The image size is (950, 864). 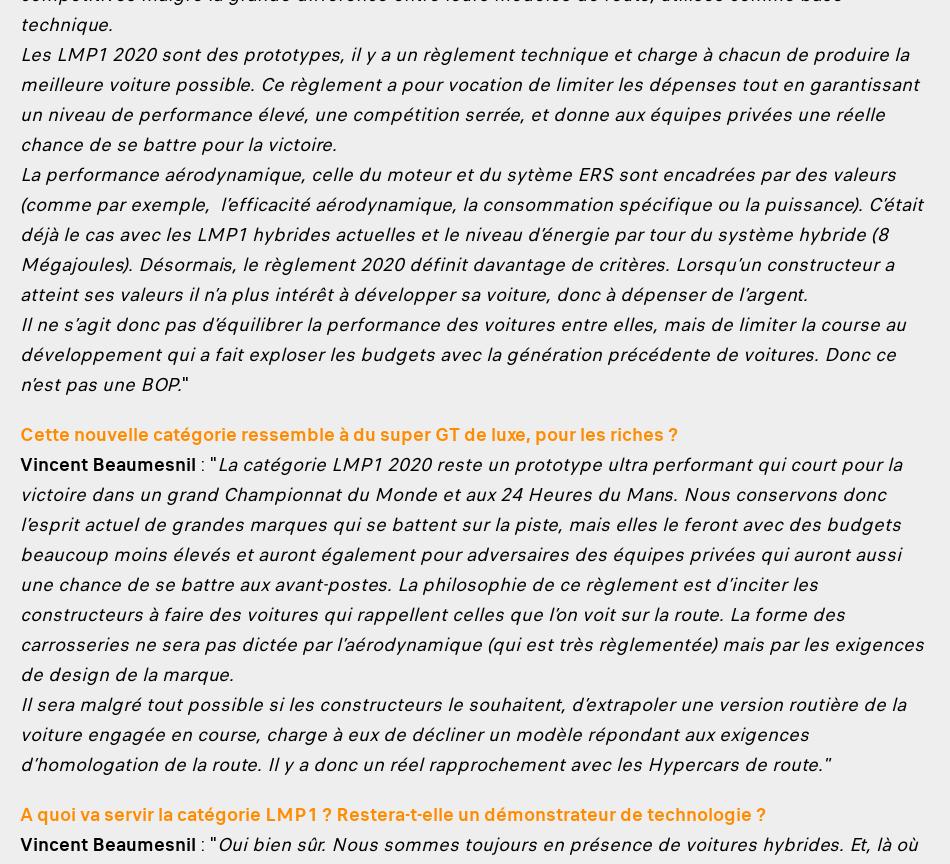 I want to click on 'Il ne s’agit donc pas d’équilibrer la performance des voitures entre elles, mais de limiter la course au développement qui a fait exploser les budgets avec la génération précédente de voitures. Donc ce n’est pas une BOP.', so click(x=462, y=353).